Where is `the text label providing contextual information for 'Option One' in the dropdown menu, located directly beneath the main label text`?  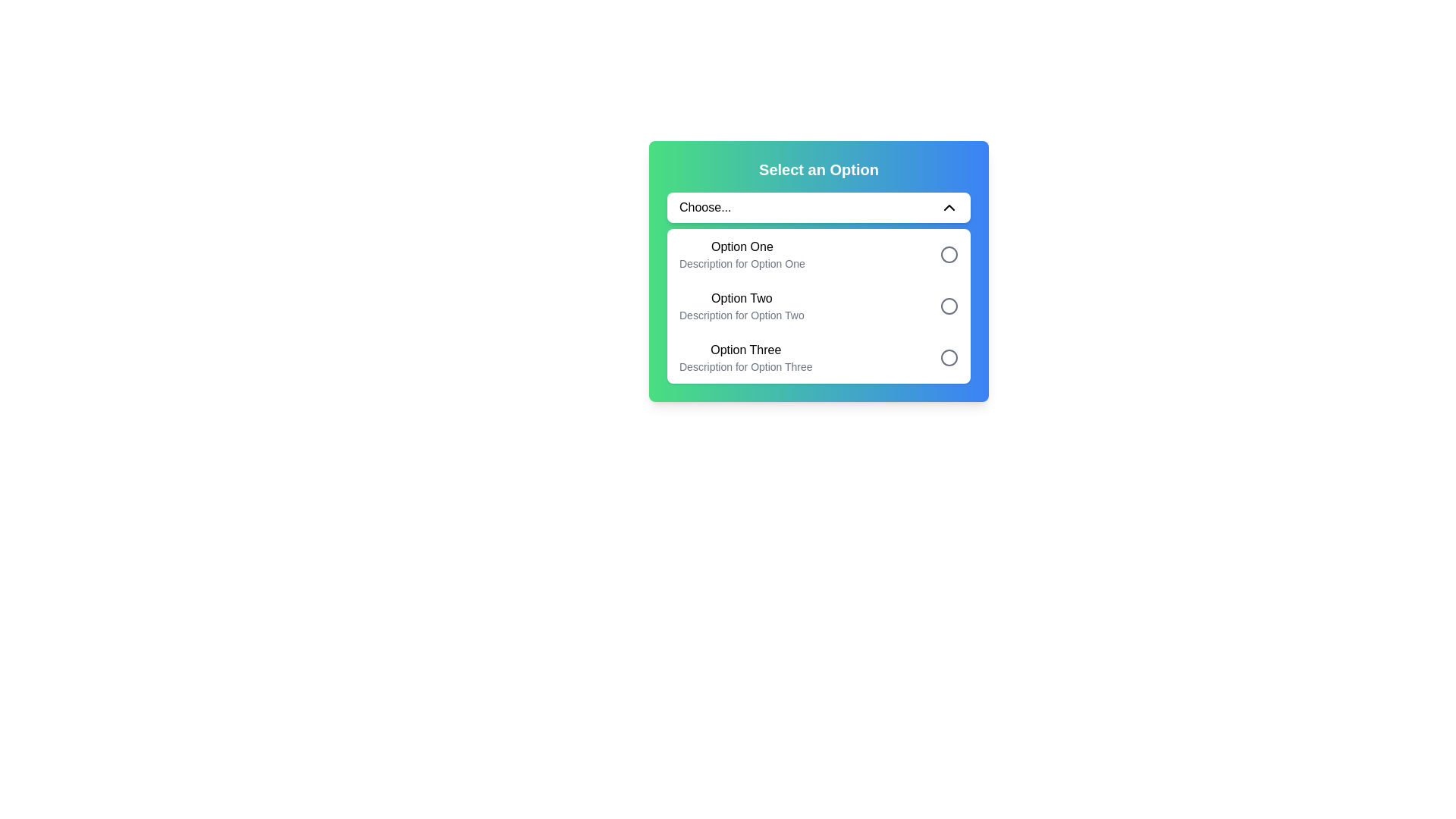 the text label providing contextual information for 'Option One' in the dropdown menu, located directly beneath the main label text is located at coordinates (742, 262).